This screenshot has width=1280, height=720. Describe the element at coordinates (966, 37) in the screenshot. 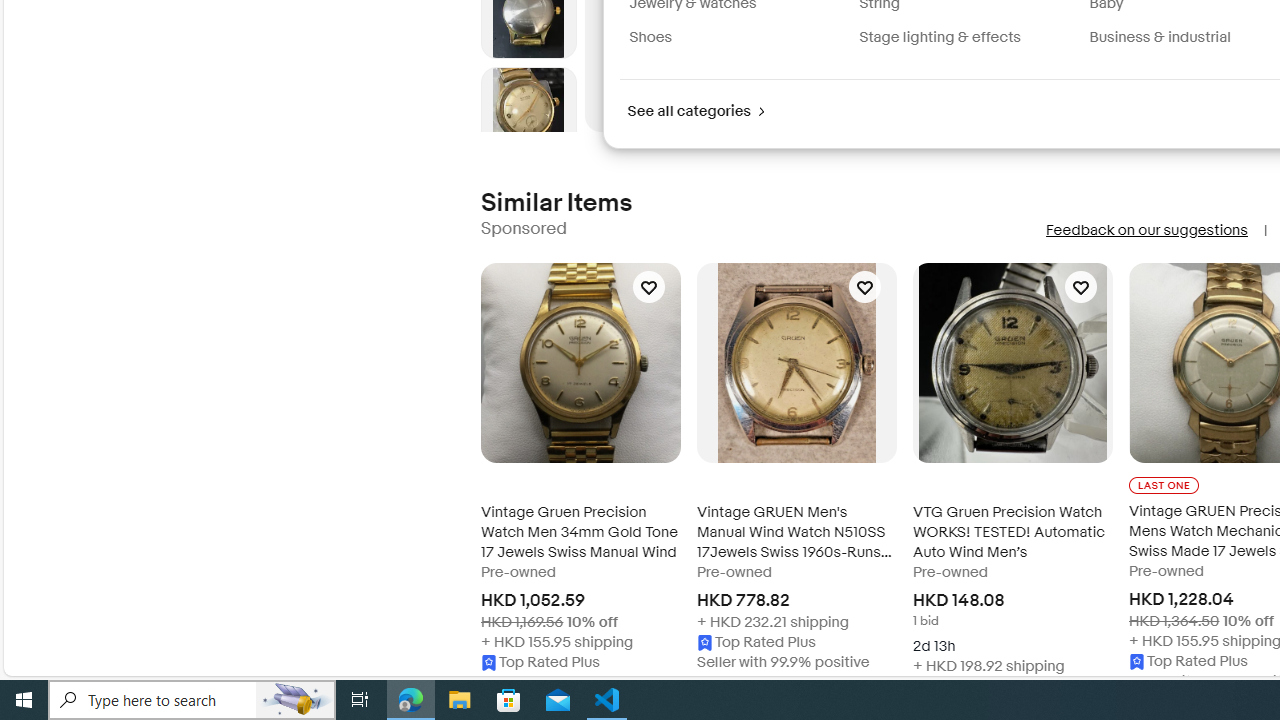

I see `'Stage lighting & effects'` at that location.